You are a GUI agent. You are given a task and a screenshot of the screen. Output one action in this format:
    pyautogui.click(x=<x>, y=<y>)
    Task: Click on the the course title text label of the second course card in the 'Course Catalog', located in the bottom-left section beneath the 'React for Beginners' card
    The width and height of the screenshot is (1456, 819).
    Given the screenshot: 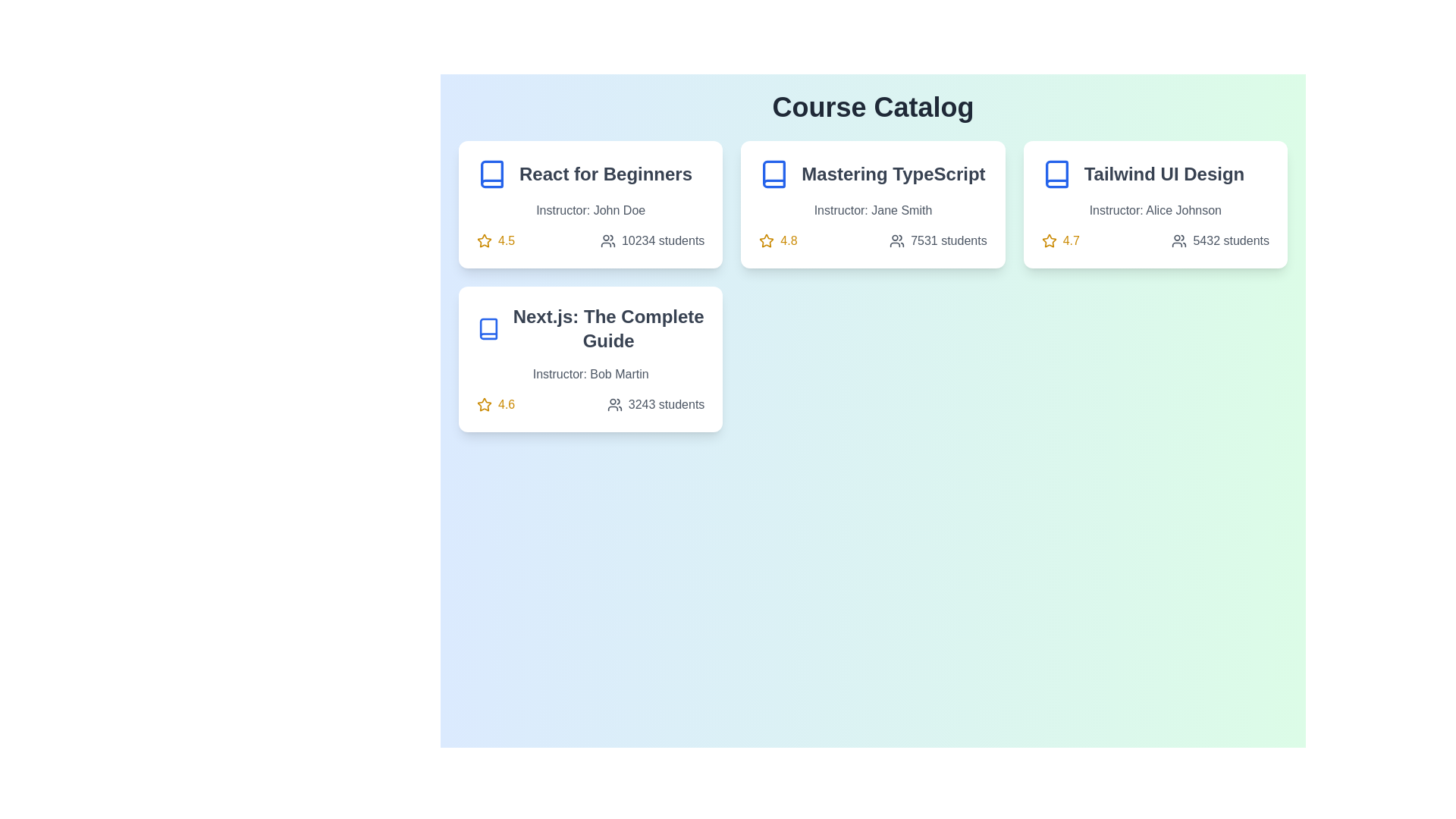 What is the action you would take?
    pyautogui.click(x=590, y=328)
    